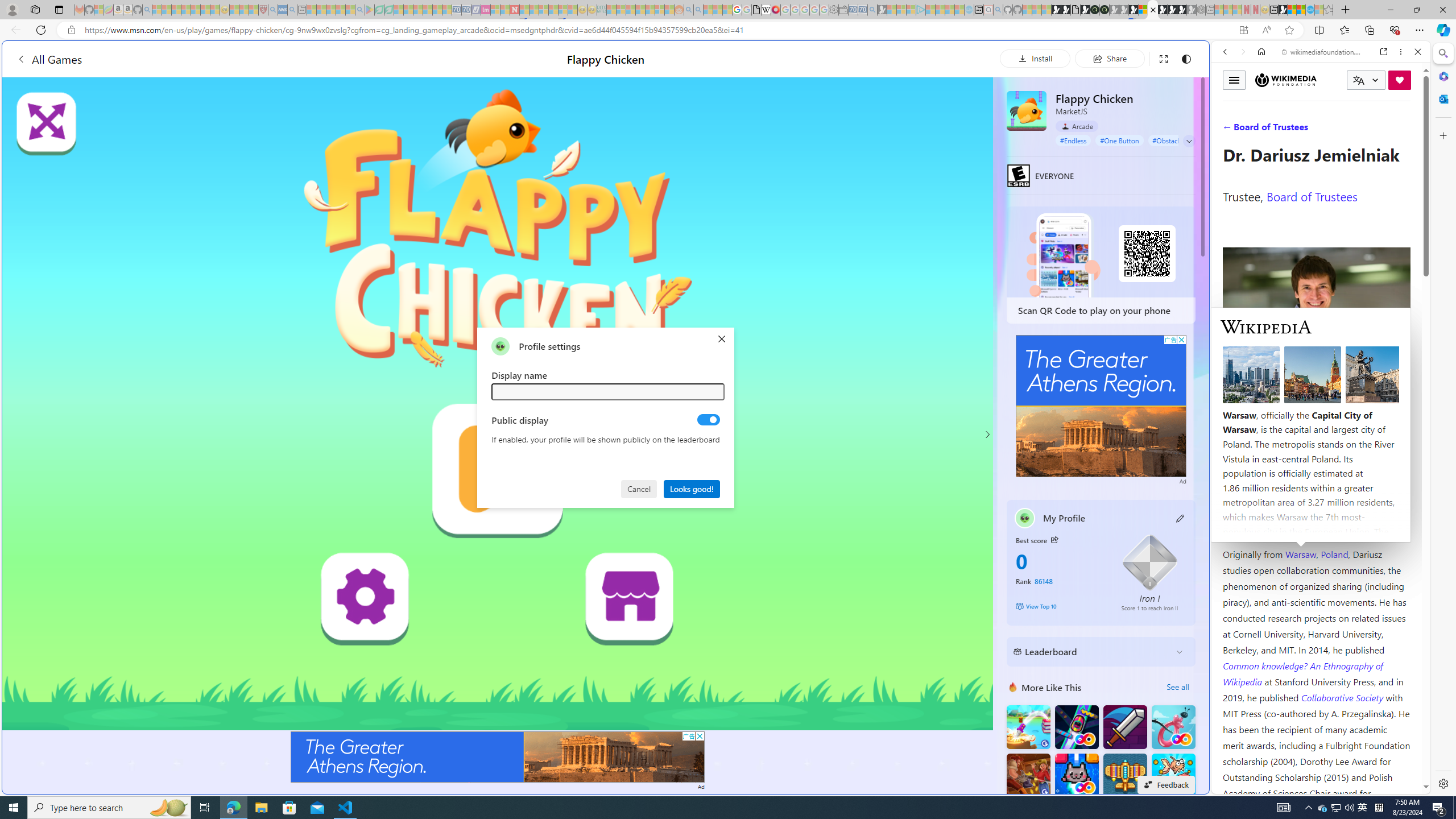 This screenshot has width=1456, height=819. What do you see at coordinates (1207, 57) in the screenshot?
I see `'Close split screen'` at bounding box center [1207, 57].